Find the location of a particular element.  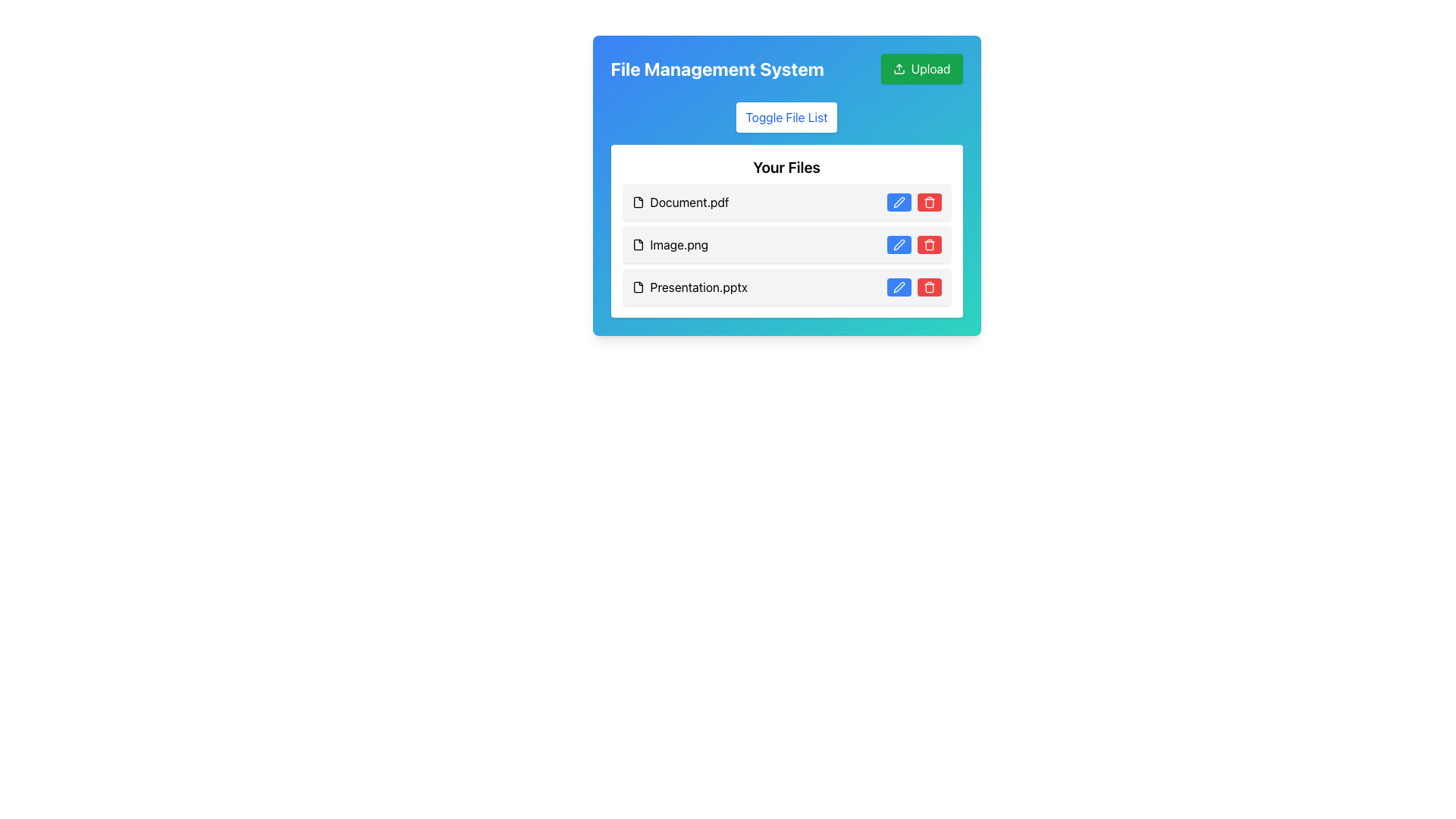

the file icon representing 'Document.pdf' is located at coordinates (638, 201).